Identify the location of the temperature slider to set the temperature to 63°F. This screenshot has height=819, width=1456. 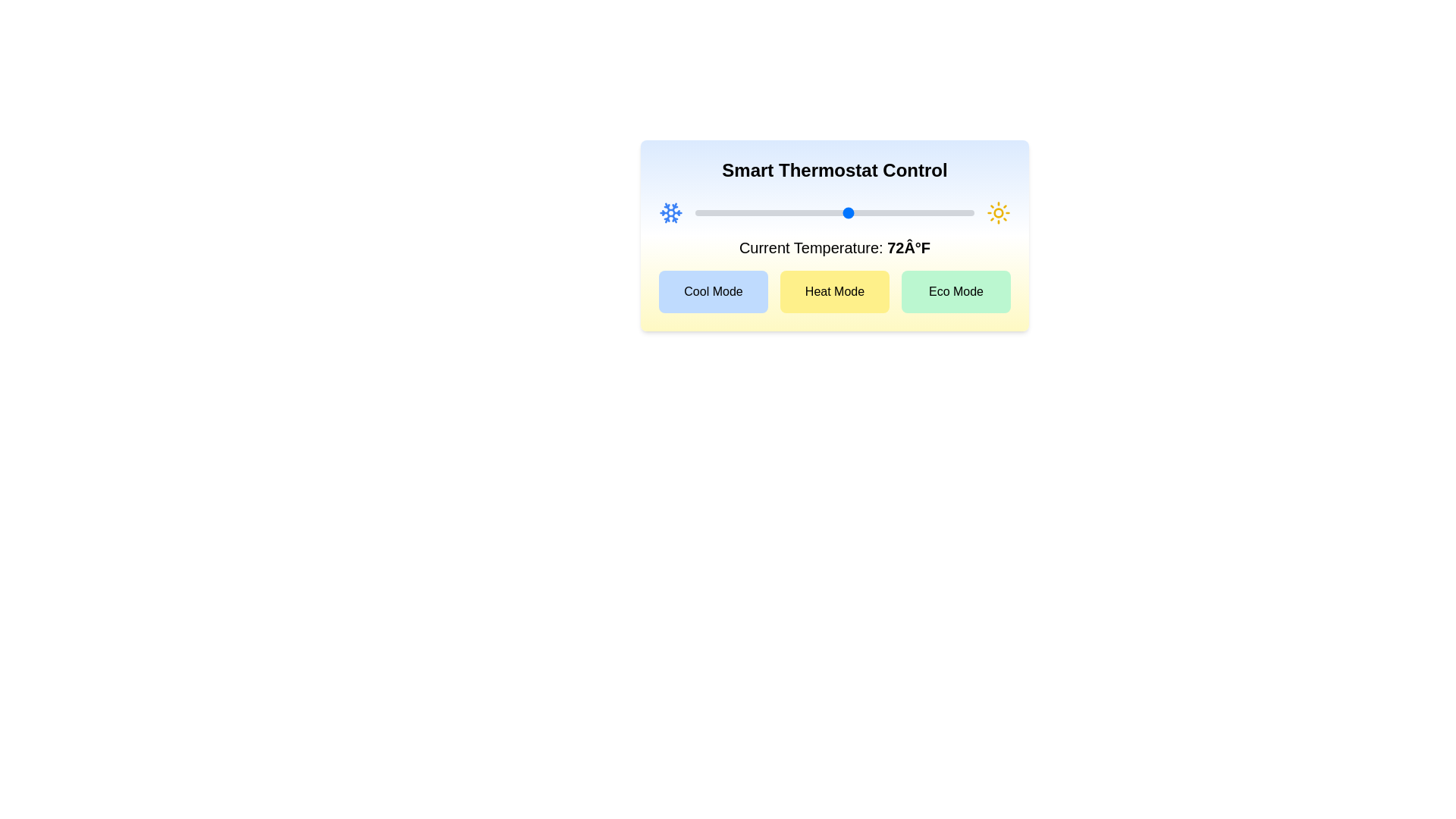
(786, 213).